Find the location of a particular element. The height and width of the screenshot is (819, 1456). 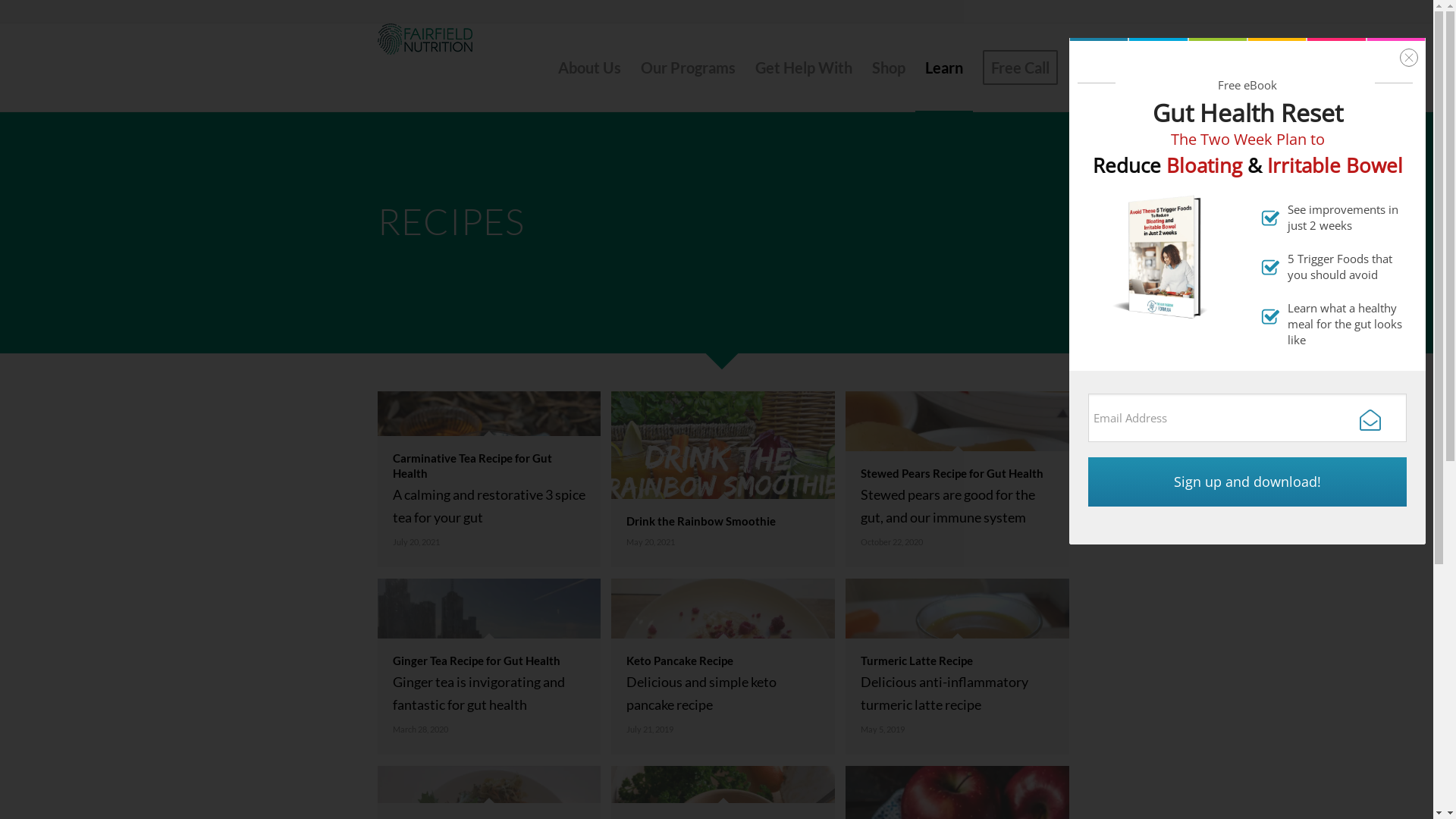

'avoid these foods book cover' is located at coordinates (1162, 256).